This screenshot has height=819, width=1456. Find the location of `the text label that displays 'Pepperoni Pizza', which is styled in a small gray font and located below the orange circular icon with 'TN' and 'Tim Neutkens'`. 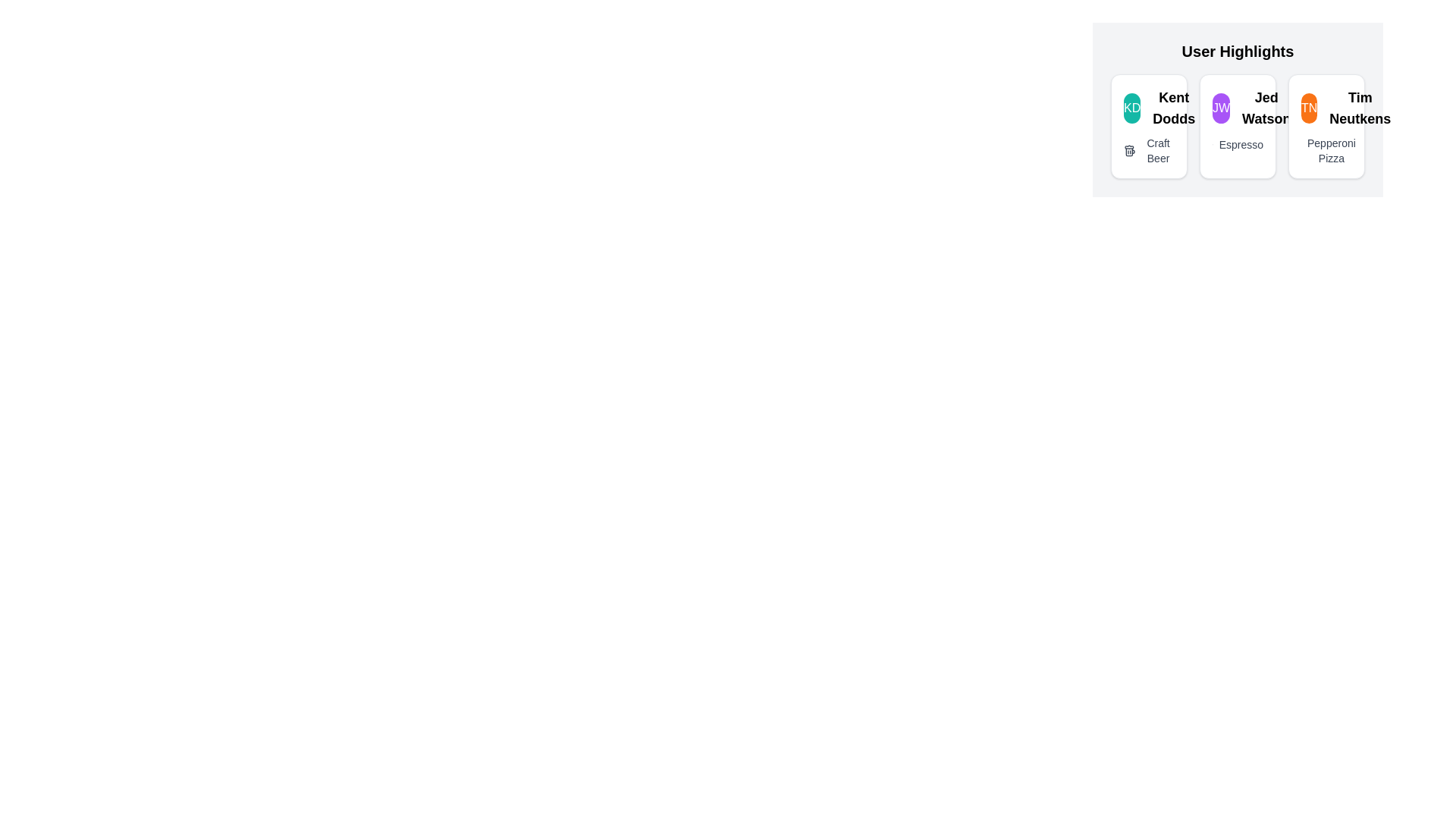

the text label that displays 'Pepperoni Pizza', which is styled in a small gray font and located below the orange circular icon with 'TN' and 'Tim Neutkens' is located at coordinates (1326, 151).